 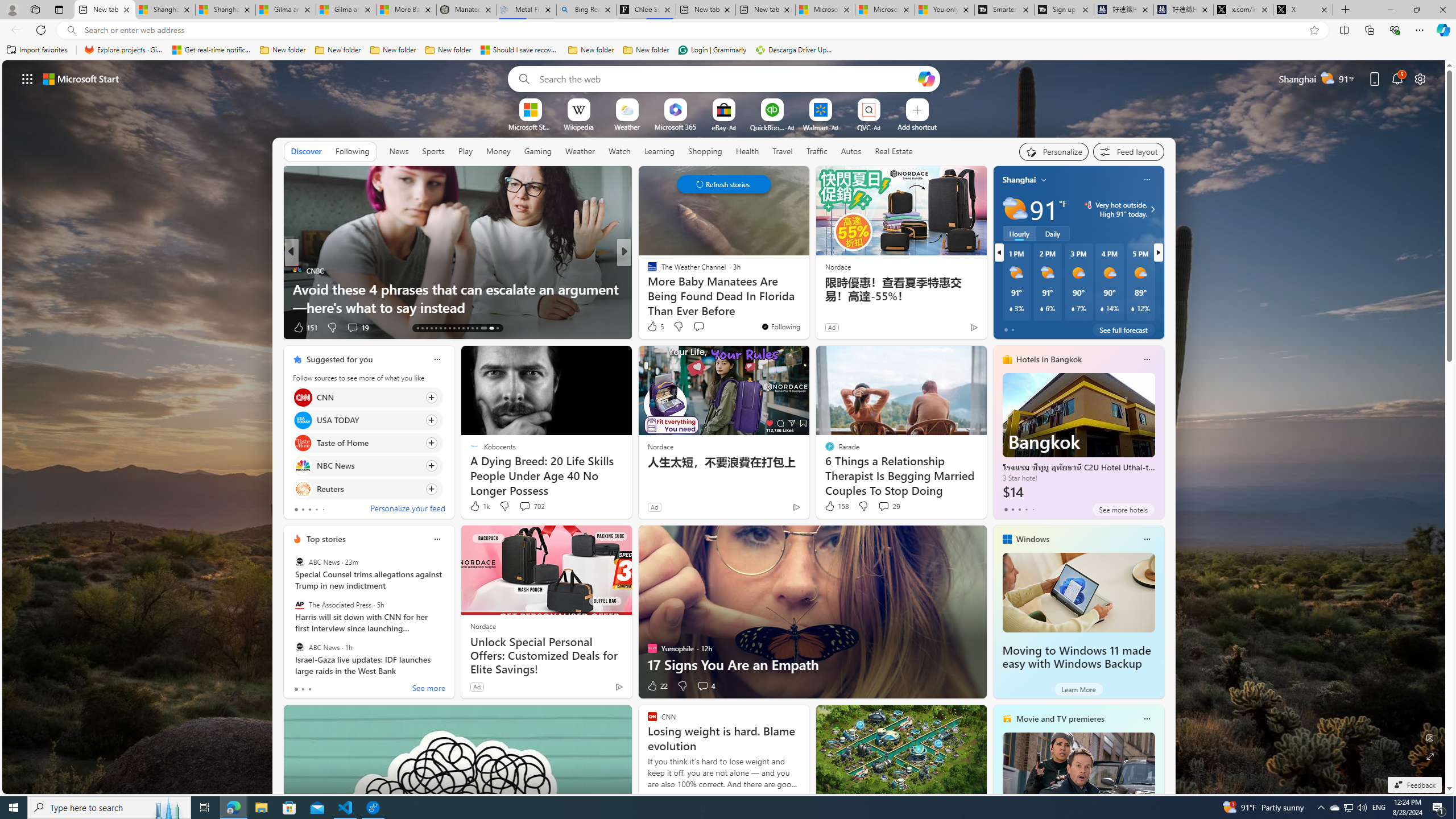 I want to click on 'View comments 29 Comment', so click(x=888, y=505).